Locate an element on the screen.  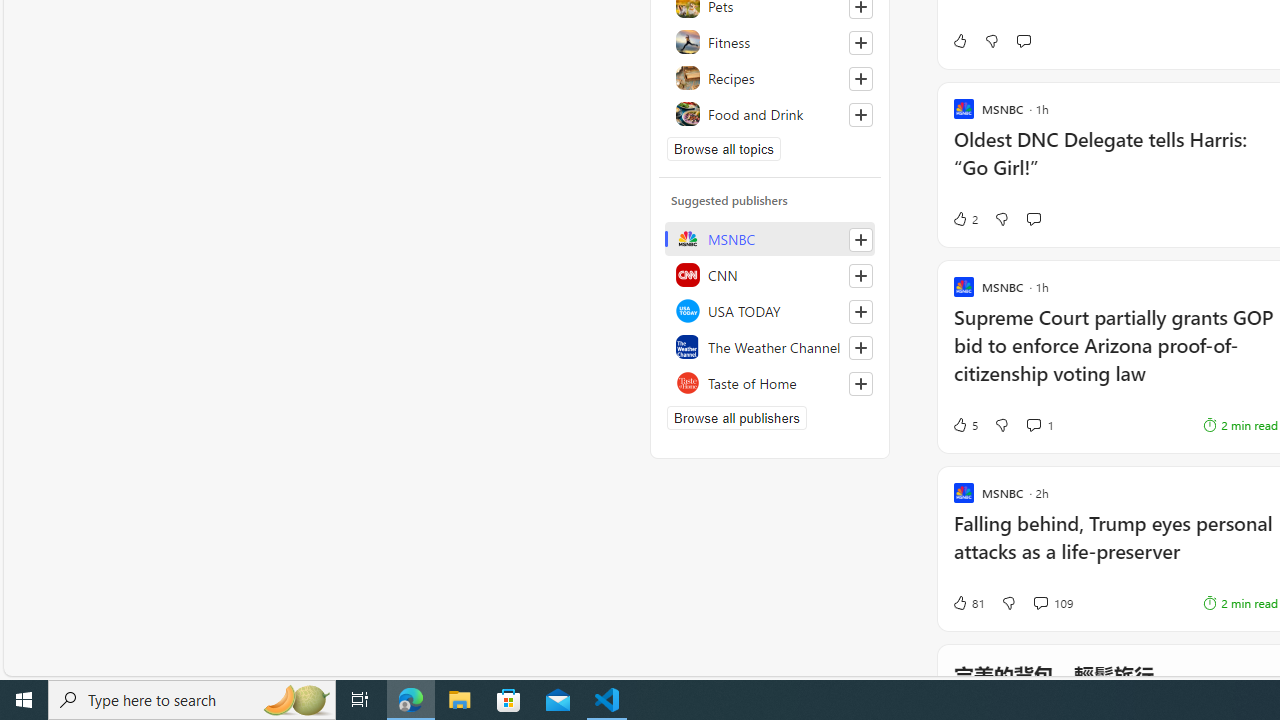
'CNN' is located at coordinates (769, 275).